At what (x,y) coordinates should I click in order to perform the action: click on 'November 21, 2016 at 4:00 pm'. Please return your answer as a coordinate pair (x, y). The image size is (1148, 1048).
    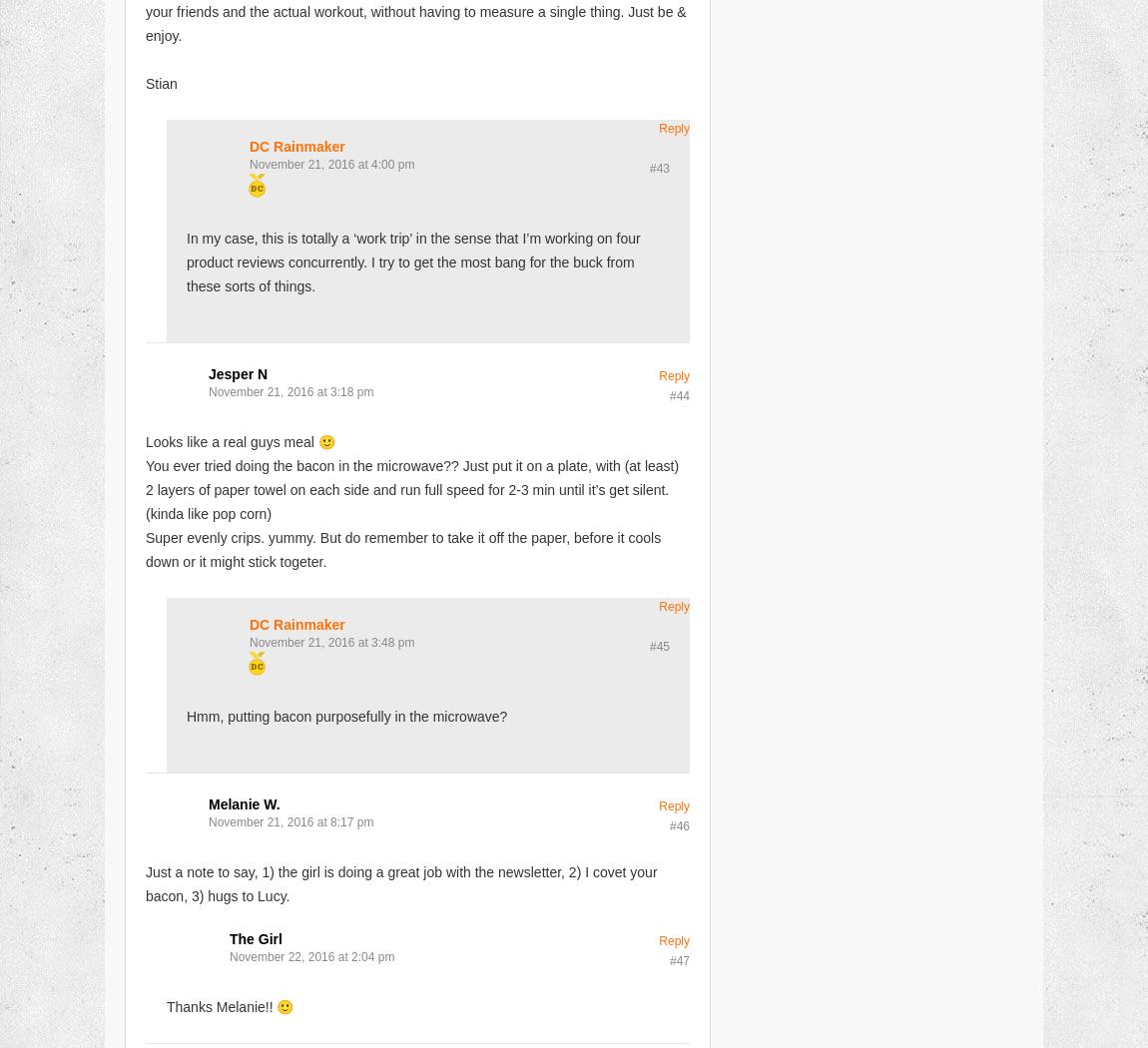
    Looking at the image, I should click on (331, 164).